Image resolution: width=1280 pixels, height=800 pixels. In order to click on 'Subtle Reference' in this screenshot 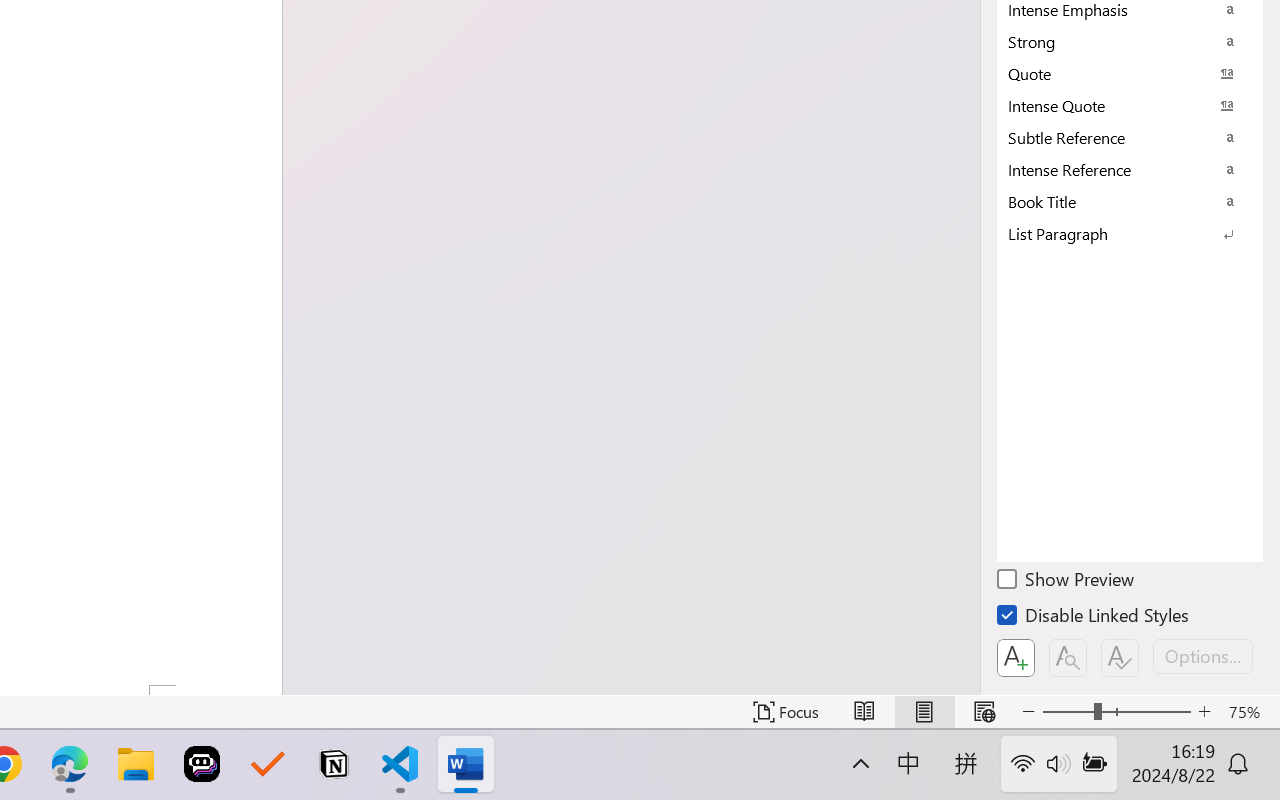, I will do `click(1130, 137)`.